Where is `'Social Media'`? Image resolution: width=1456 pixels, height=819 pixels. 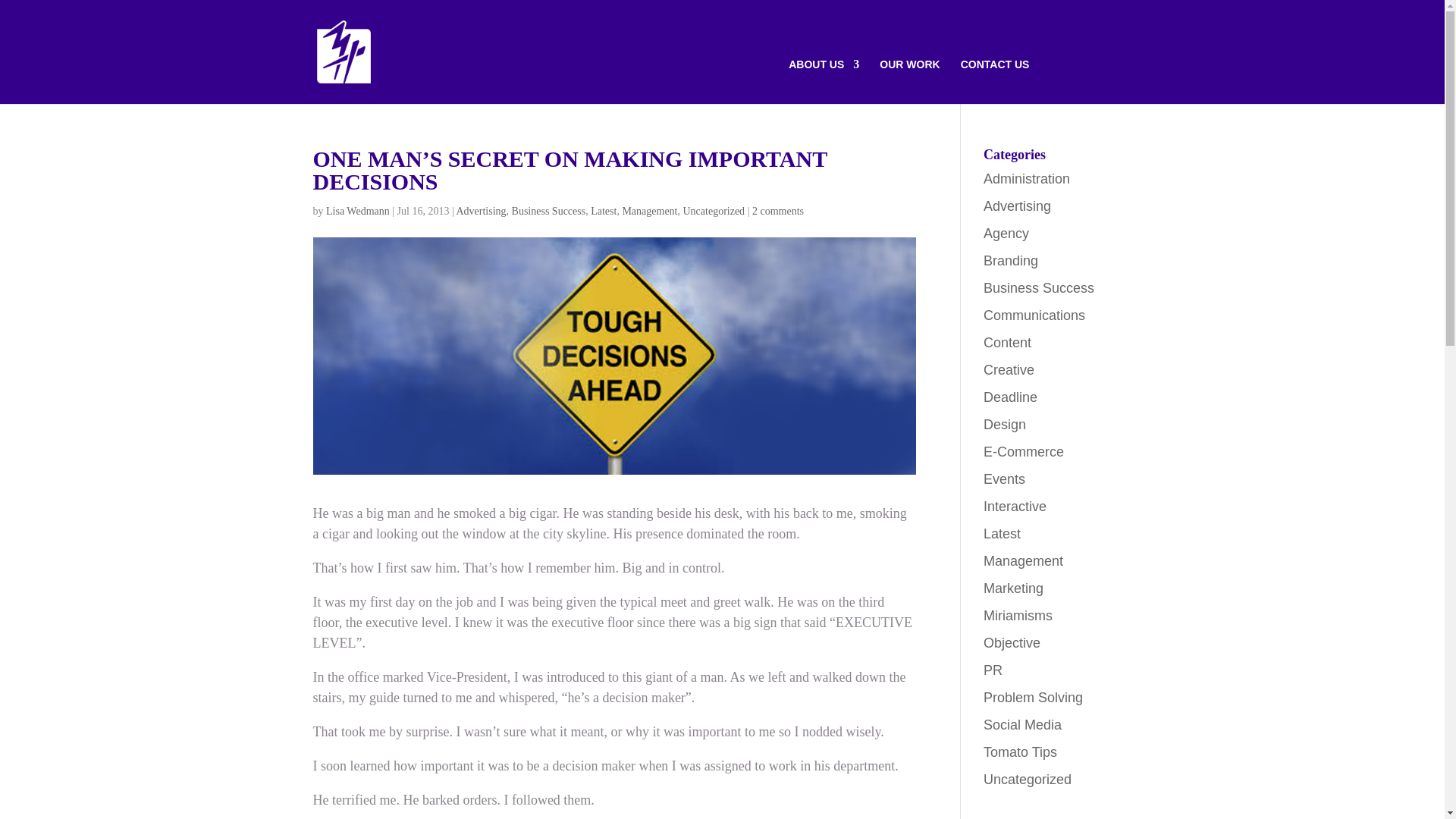
'Social Media' is located at coordinates (1022, 724).